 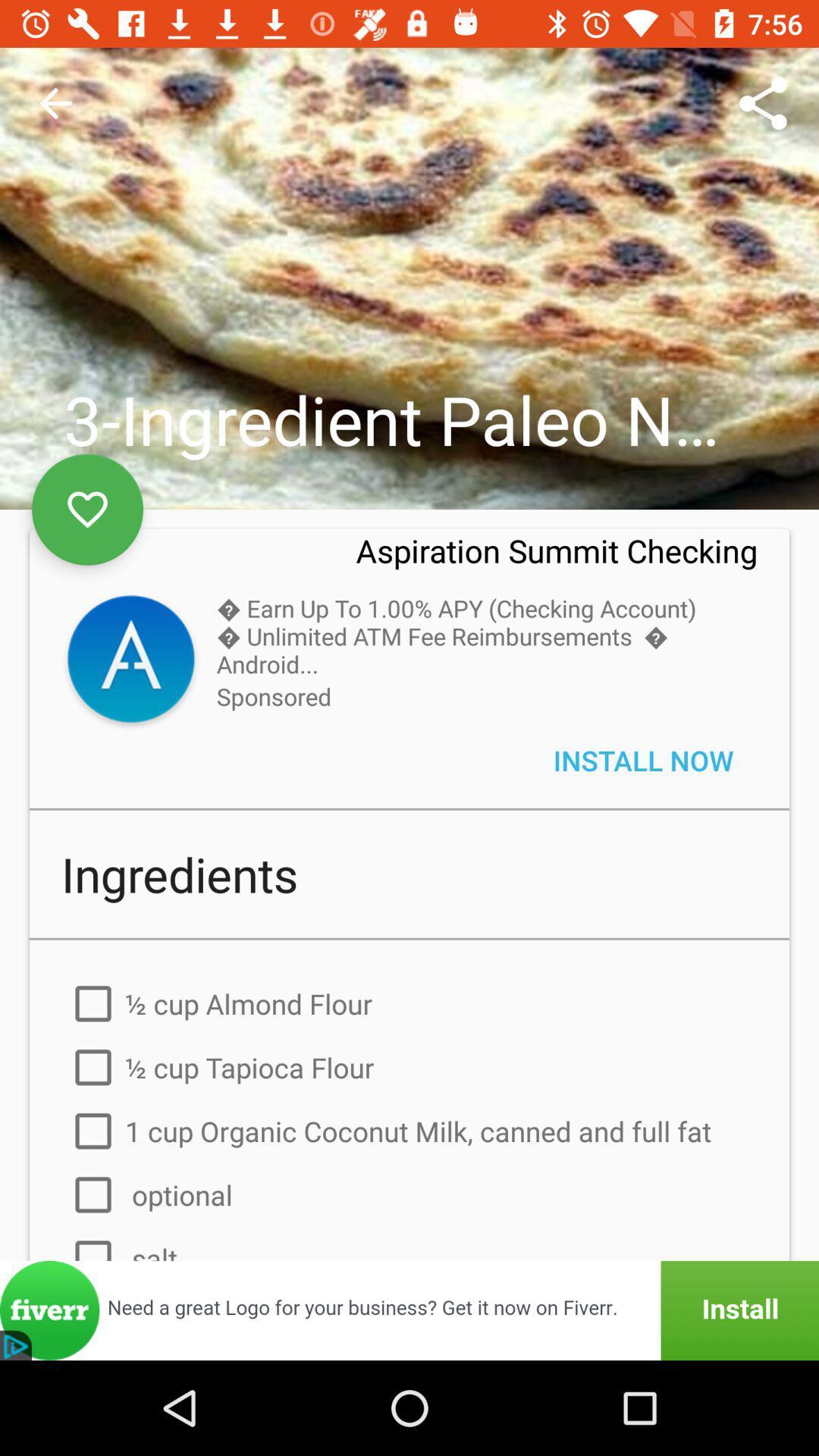 What do you see at coordinates (87, 510) in the screenshot?
I see `to favorites` at bounding box center [87, 510].